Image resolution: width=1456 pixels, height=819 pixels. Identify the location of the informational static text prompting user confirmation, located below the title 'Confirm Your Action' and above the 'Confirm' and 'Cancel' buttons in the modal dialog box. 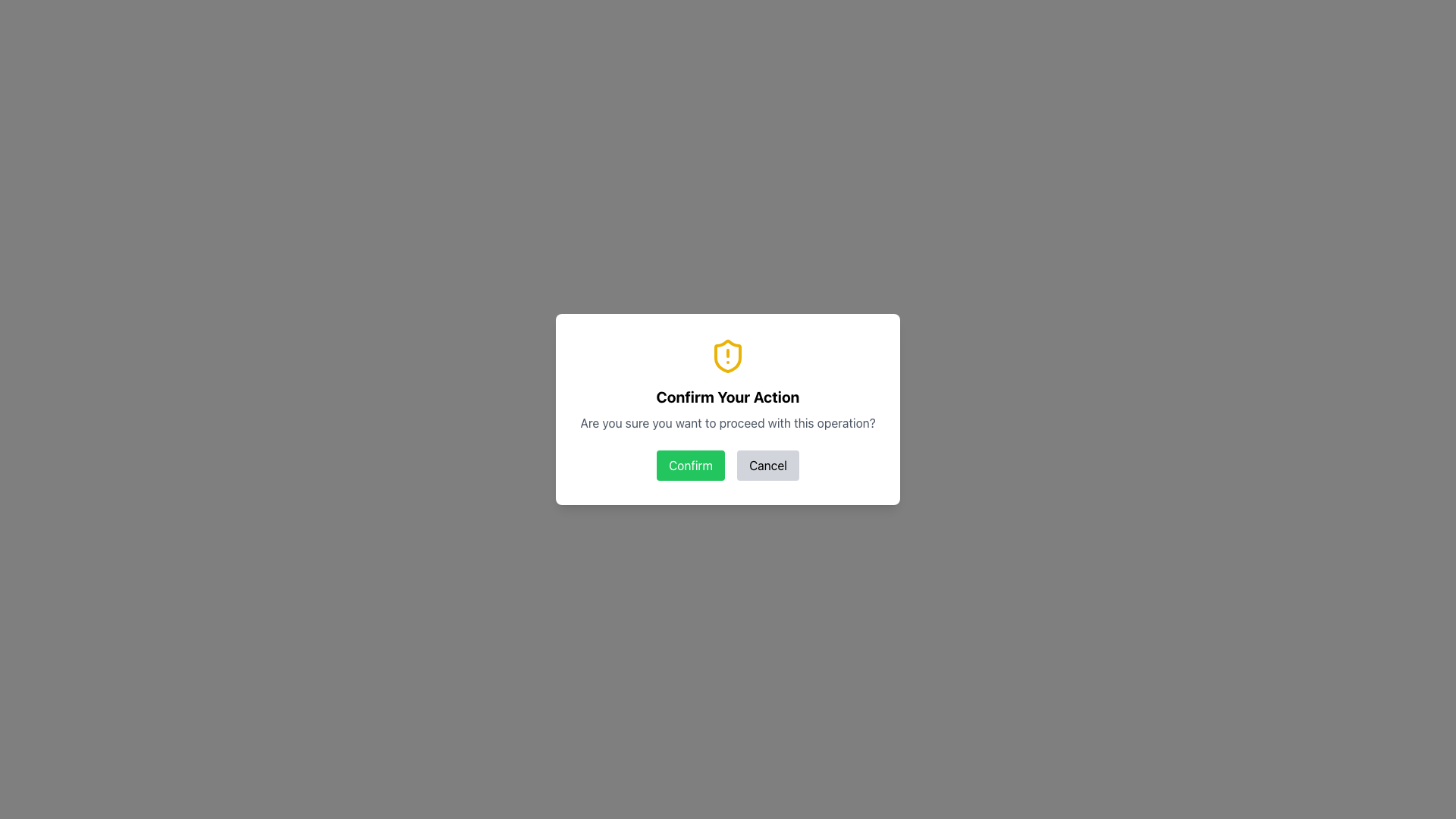
(728, 423).